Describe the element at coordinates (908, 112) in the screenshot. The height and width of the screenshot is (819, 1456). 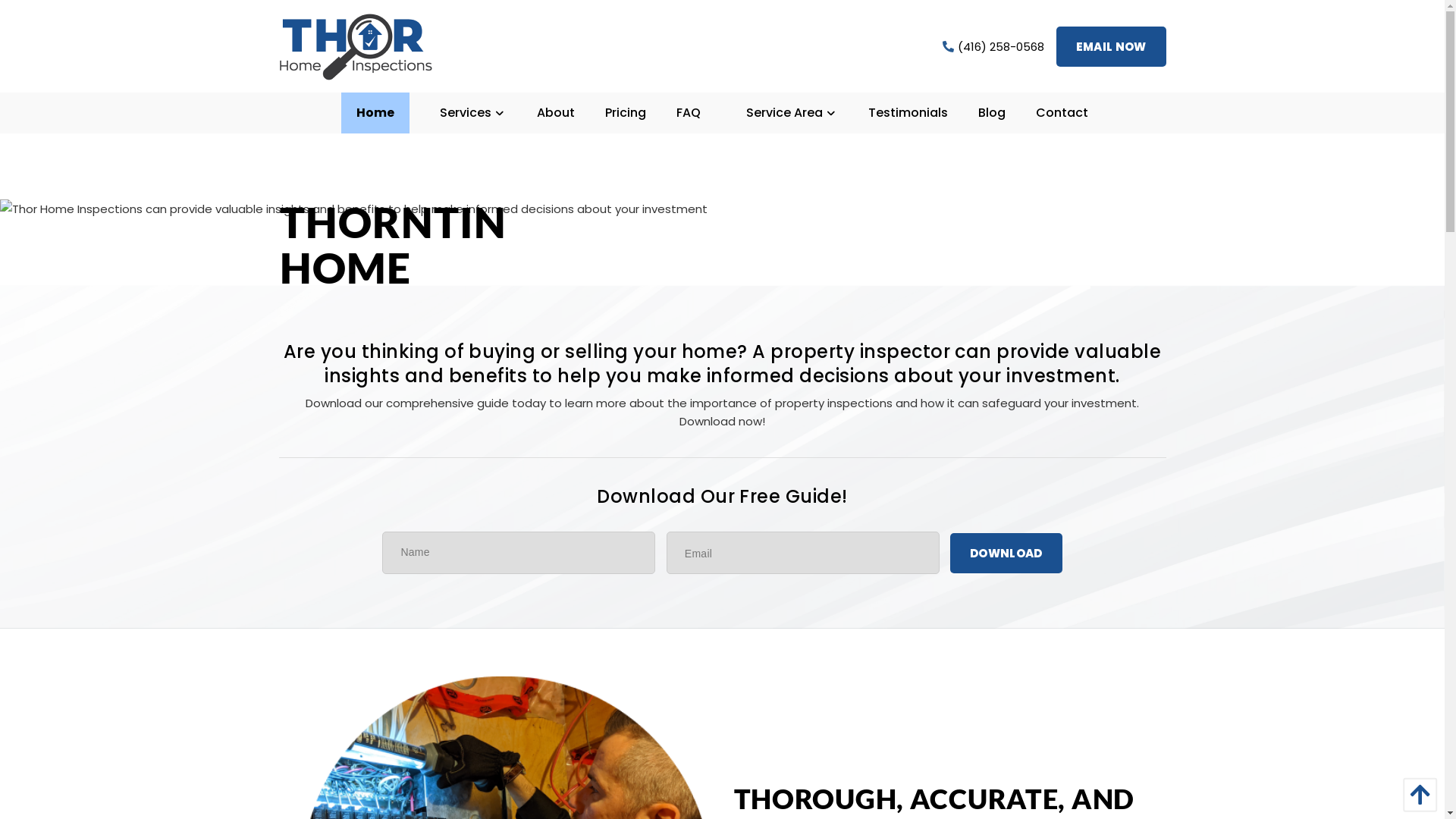
I see `'Testimonials'` at that location.